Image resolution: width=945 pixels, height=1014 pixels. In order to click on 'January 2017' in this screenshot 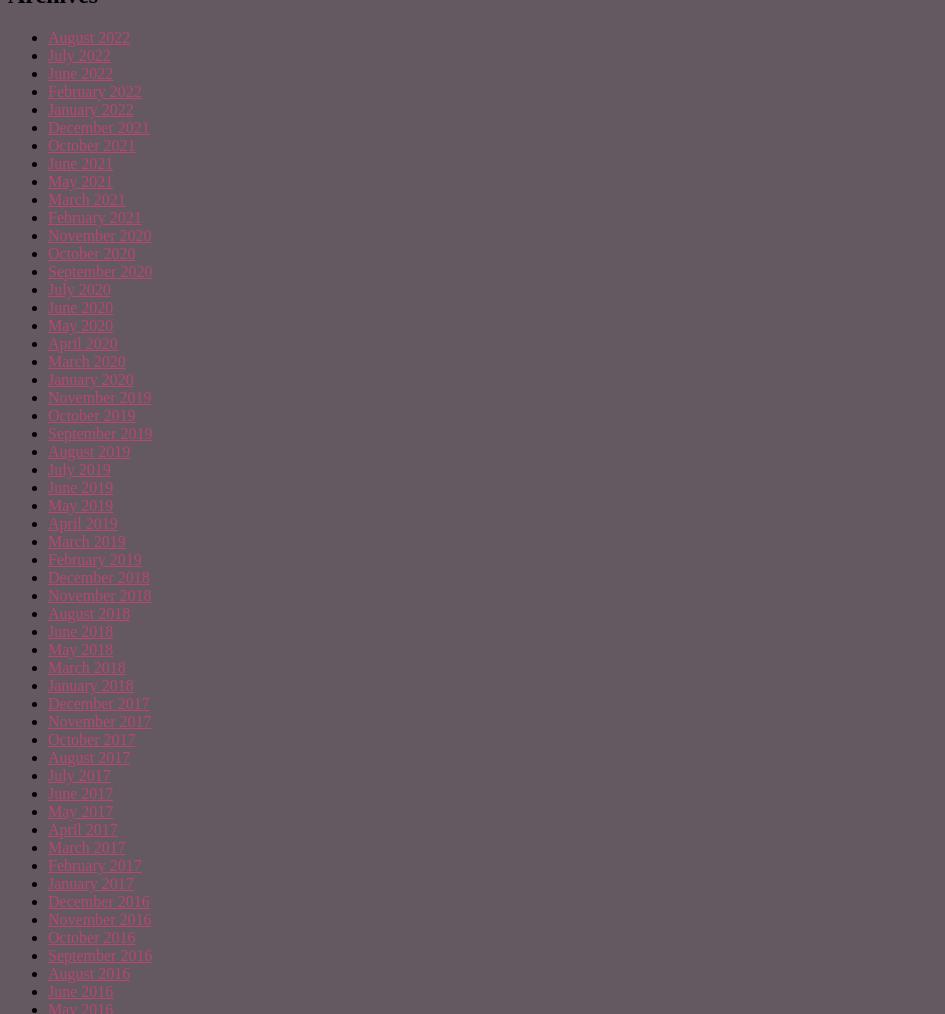, I will do `click(48, 882)`.